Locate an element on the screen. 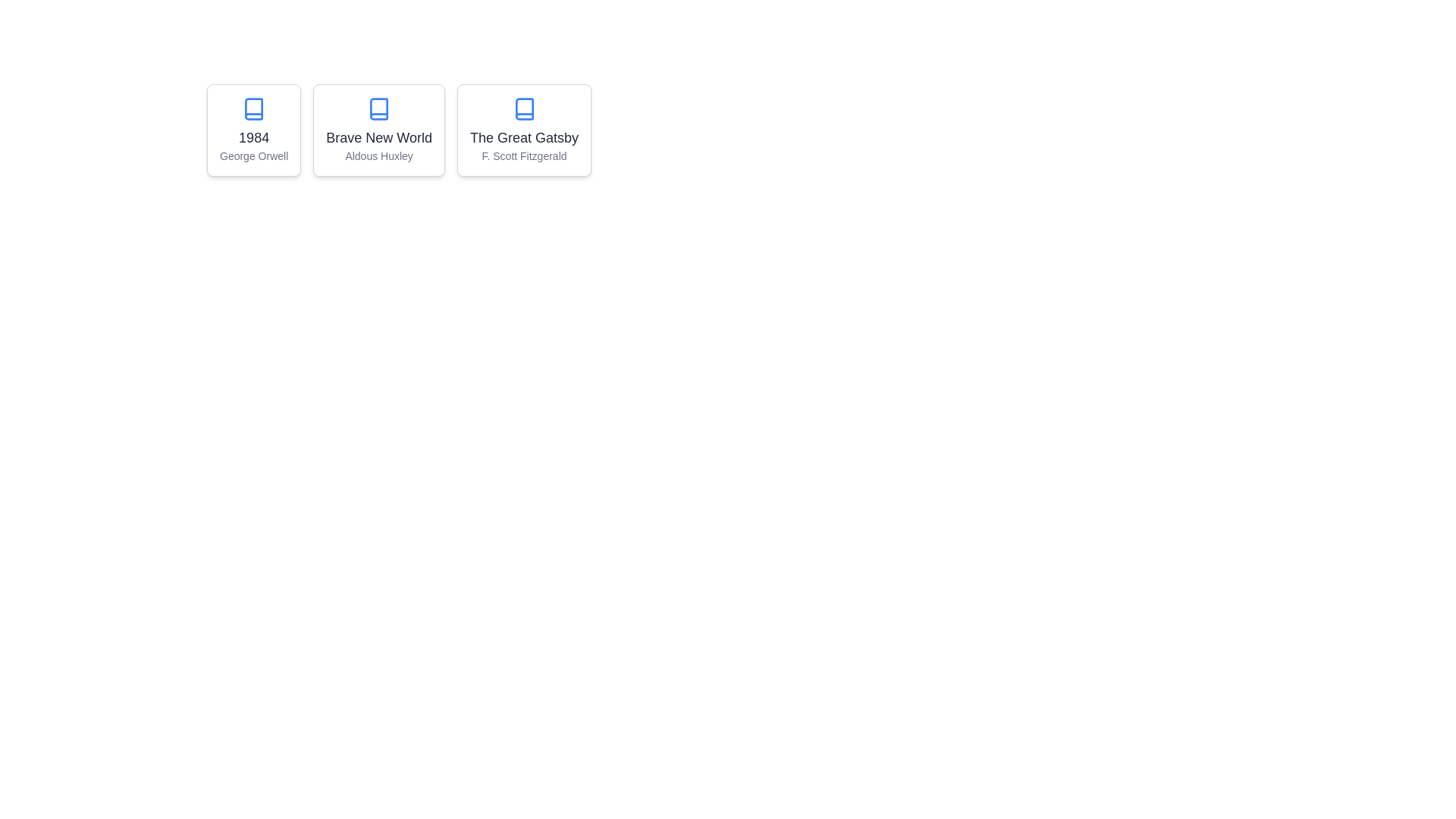  the book icon representing '1984' by George Orwell, which is styled with blue outline strokes and located above the text is located at coordinates (254, 108).